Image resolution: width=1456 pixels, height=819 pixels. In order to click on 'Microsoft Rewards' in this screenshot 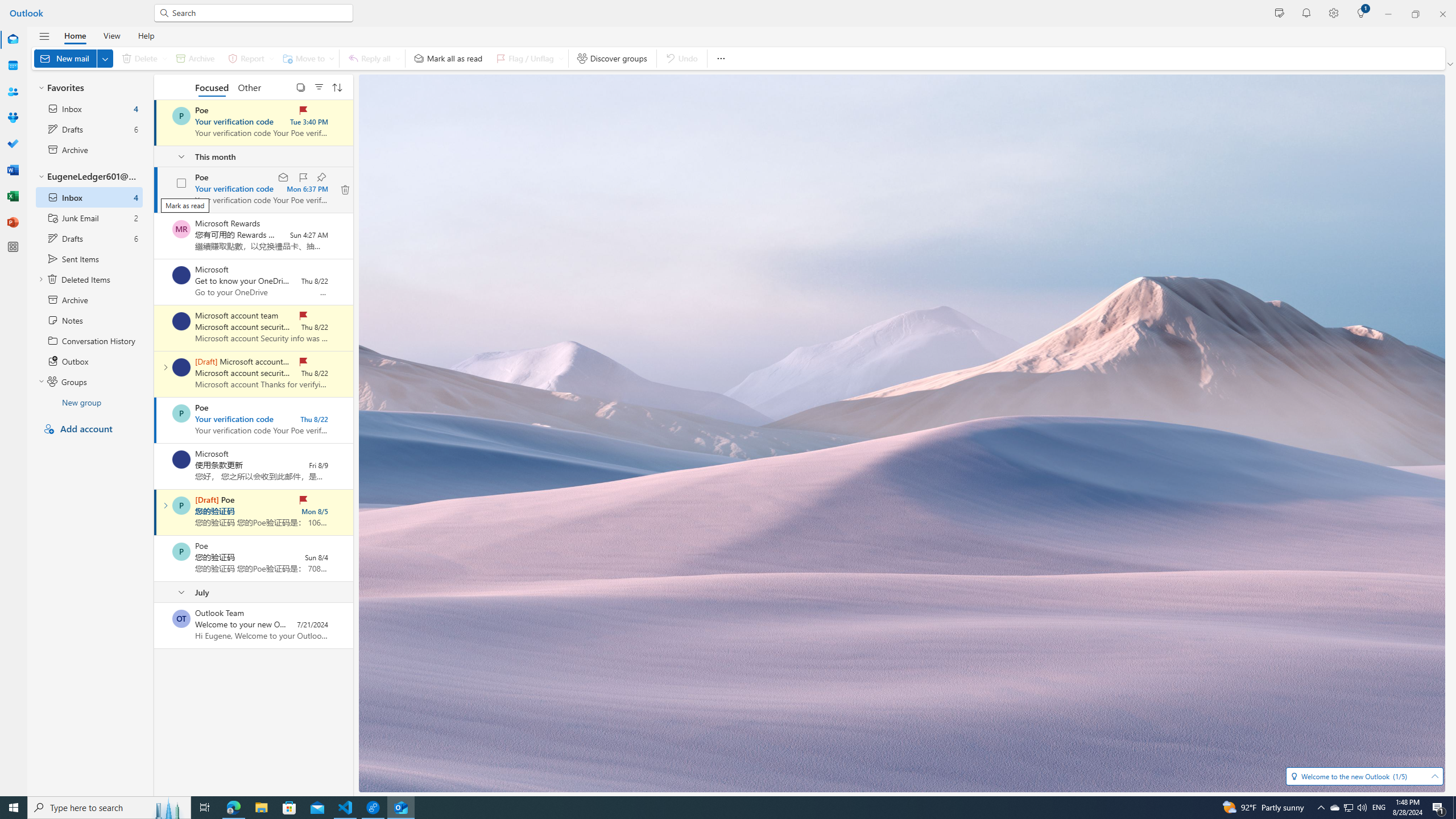, I will do `click(180, 229)`.